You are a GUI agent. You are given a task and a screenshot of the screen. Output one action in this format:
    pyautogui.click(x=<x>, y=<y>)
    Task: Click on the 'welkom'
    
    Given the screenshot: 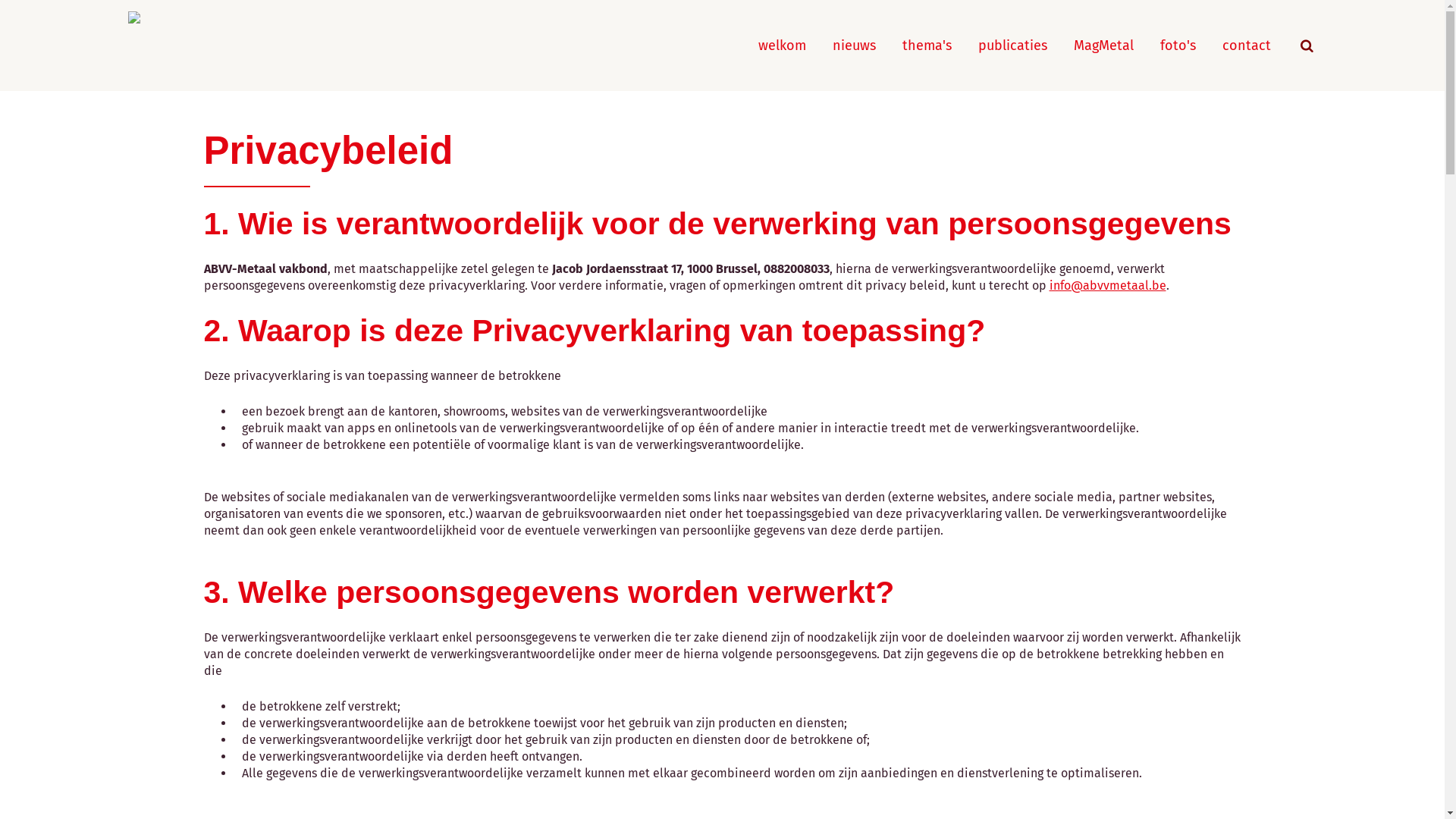 What is the action you would take?
    pyautogui.click(x=782, y=45)
    